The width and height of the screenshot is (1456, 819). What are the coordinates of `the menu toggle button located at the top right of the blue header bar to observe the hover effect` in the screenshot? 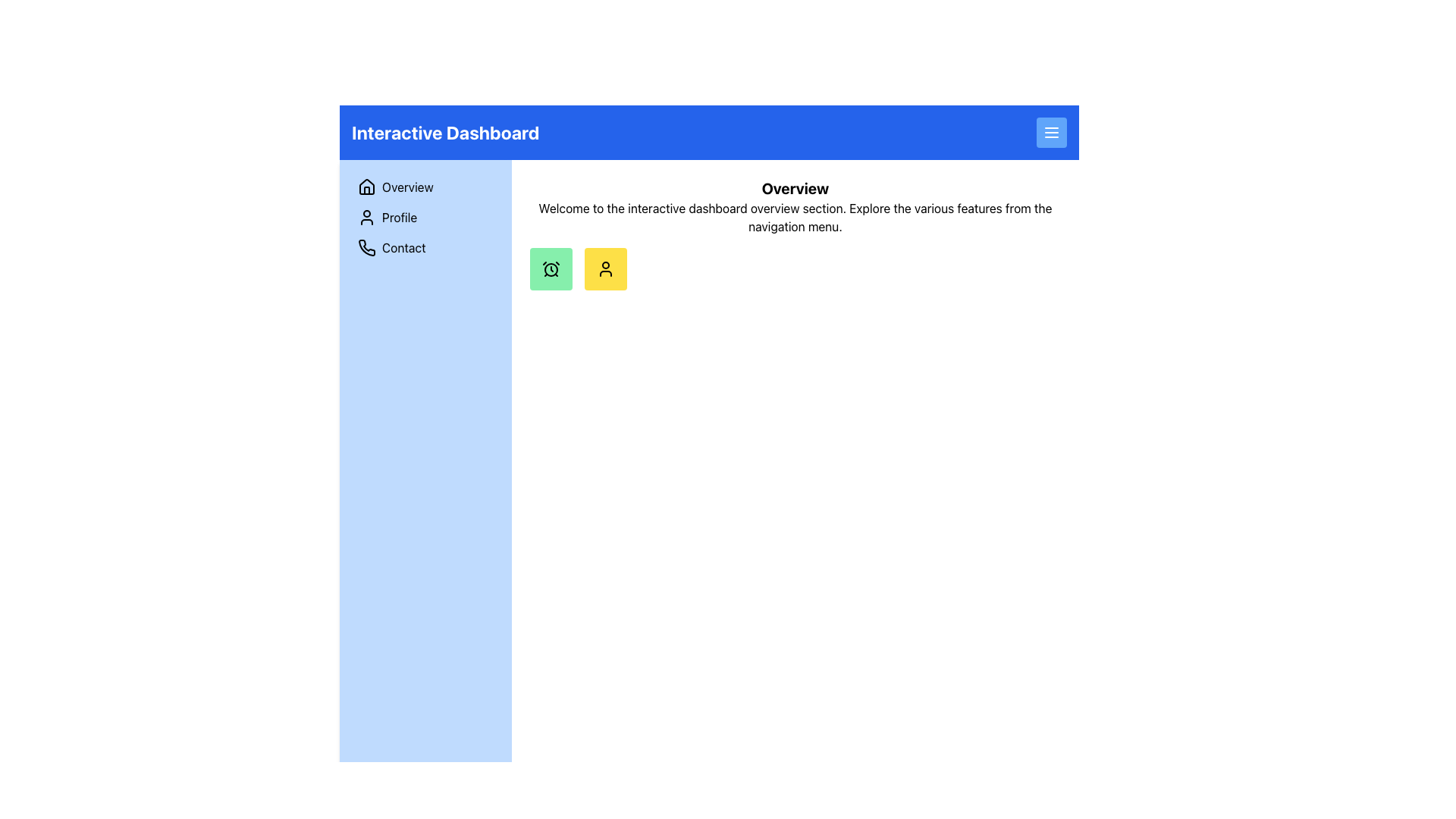 It's located at (1051, 131).